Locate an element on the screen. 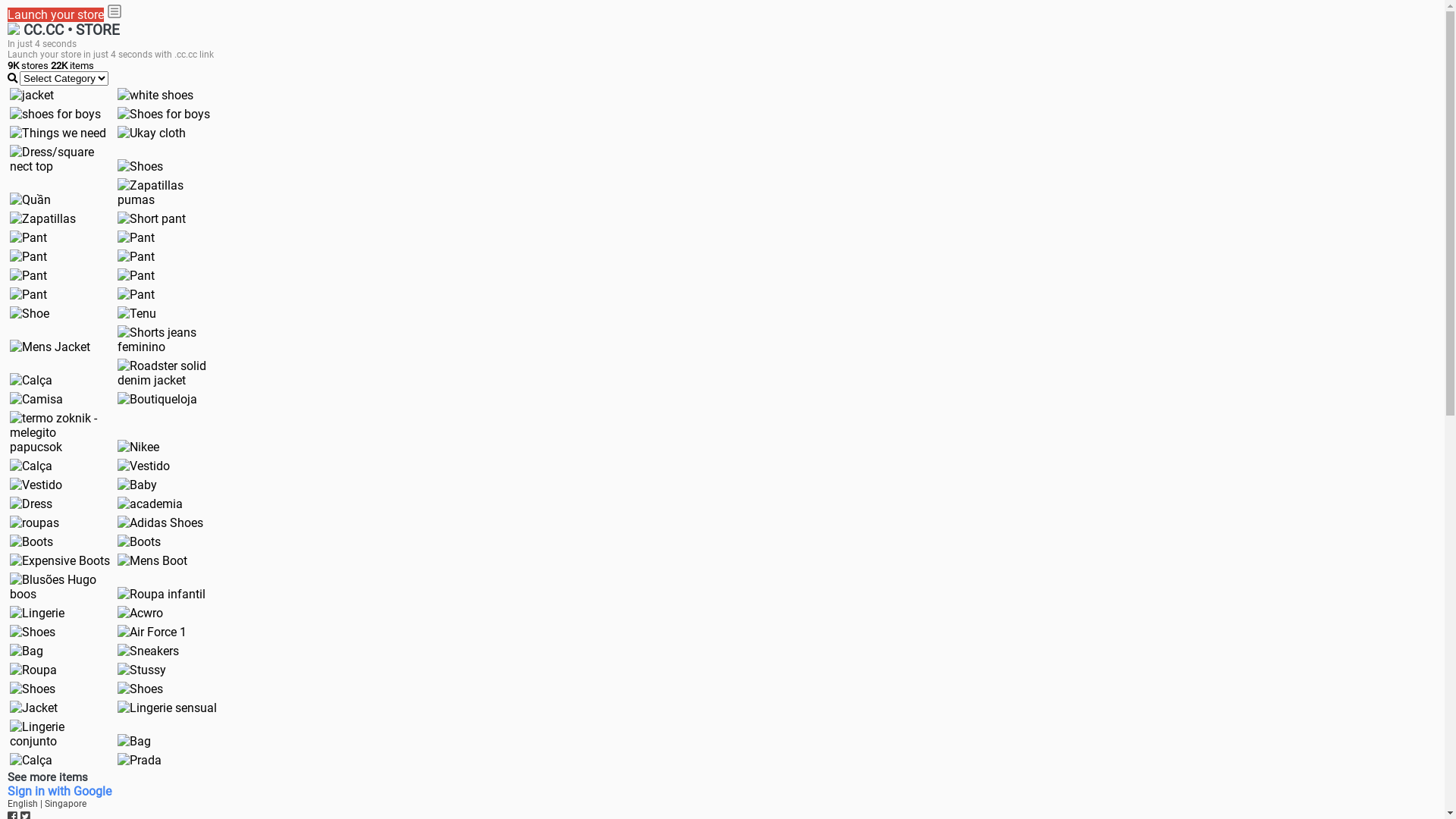 Image resolution: width=1456 pixels, height=819 pixels. 'Bag' is located at coordinates (134, 740).